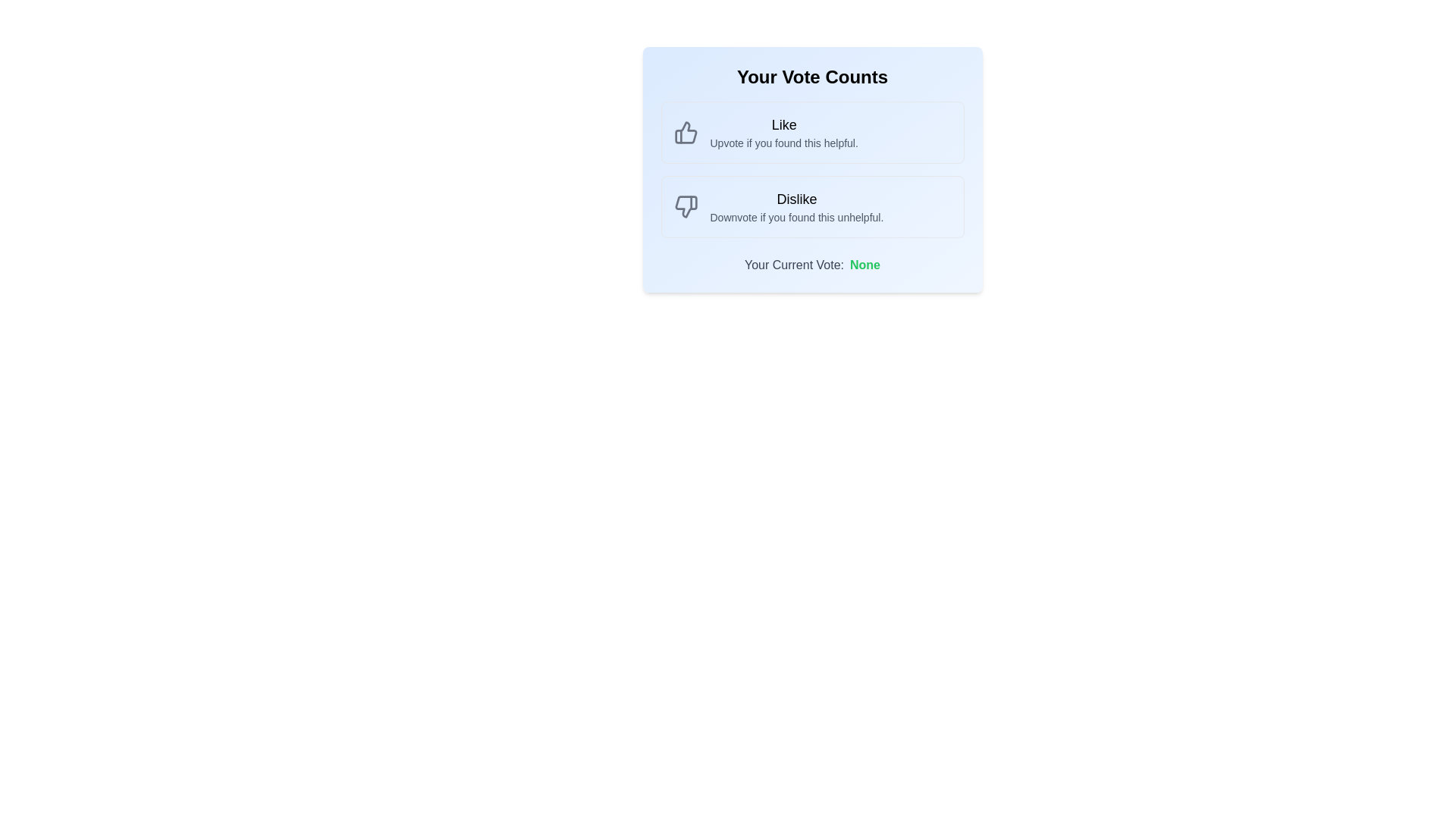 This screenshot has width=1456, height=819. Describe the element at coordinates (784, 143) in the screenshot. I see `the text label stating 'Upvote if you found this helpful,' which is styled in gray and positioned below the 'Like' heading` at that location.